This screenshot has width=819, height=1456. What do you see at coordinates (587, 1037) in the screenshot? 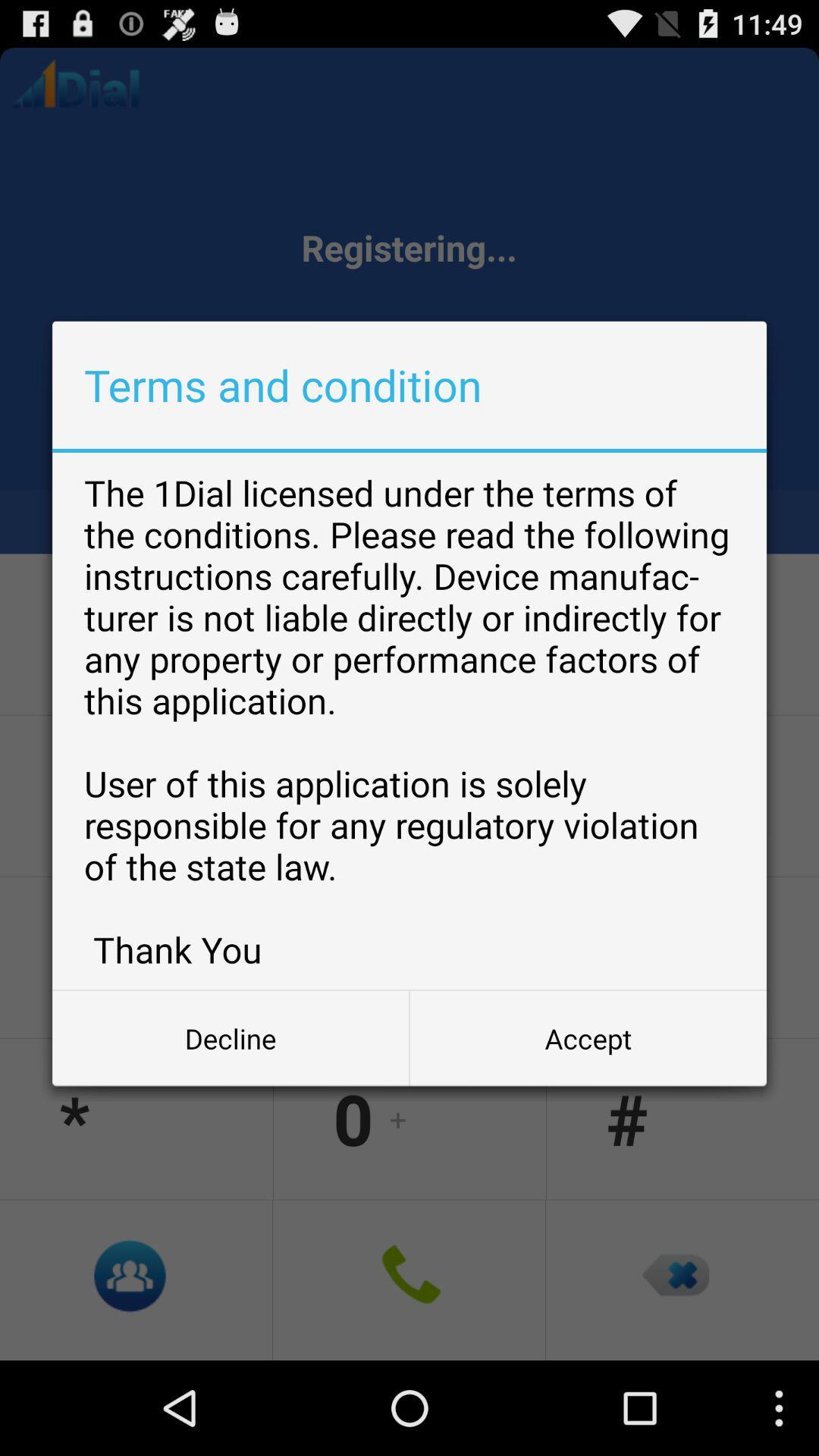
I see `the button to the right of decline button` at bounding box center [587, 1037].